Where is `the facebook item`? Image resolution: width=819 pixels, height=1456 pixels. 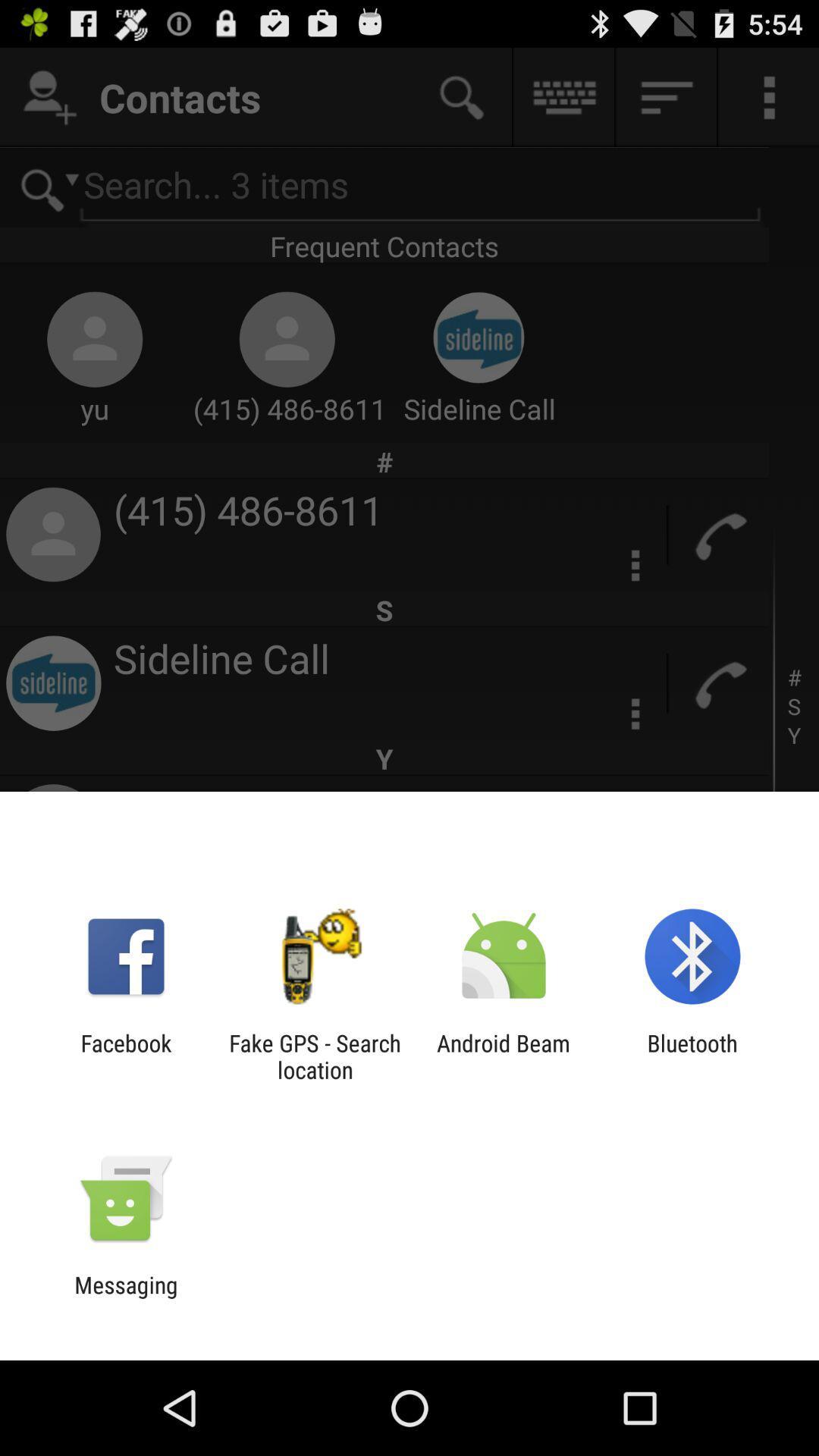
the facebook item is located at coordinates (125, 1056).